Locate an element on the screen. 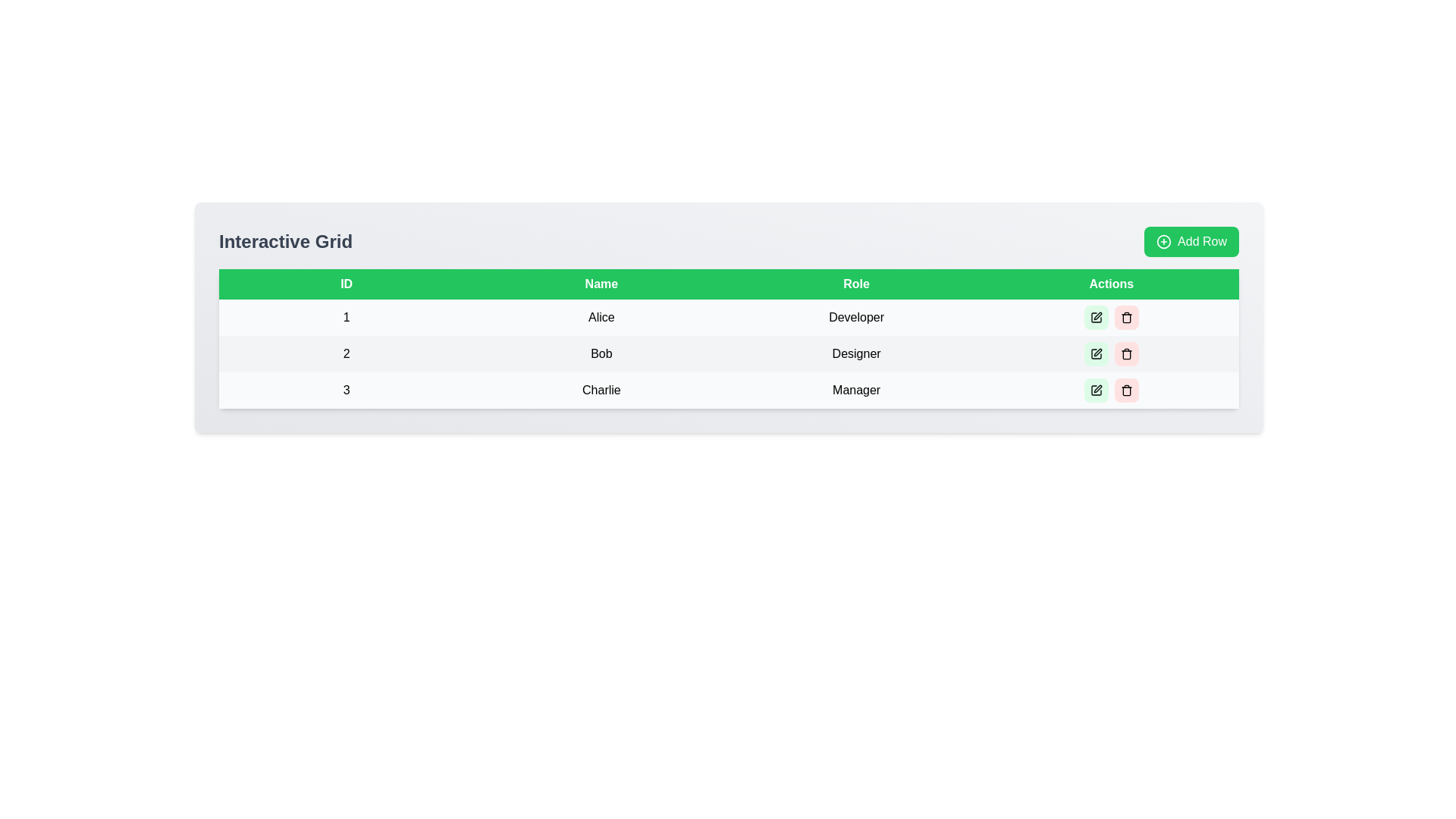 Image resolution: width=1456 pixels, height=819 pixels. the pen icon located in the 'Actions' column for 'Alice - Developer' is located at coordinates (1097, 315).